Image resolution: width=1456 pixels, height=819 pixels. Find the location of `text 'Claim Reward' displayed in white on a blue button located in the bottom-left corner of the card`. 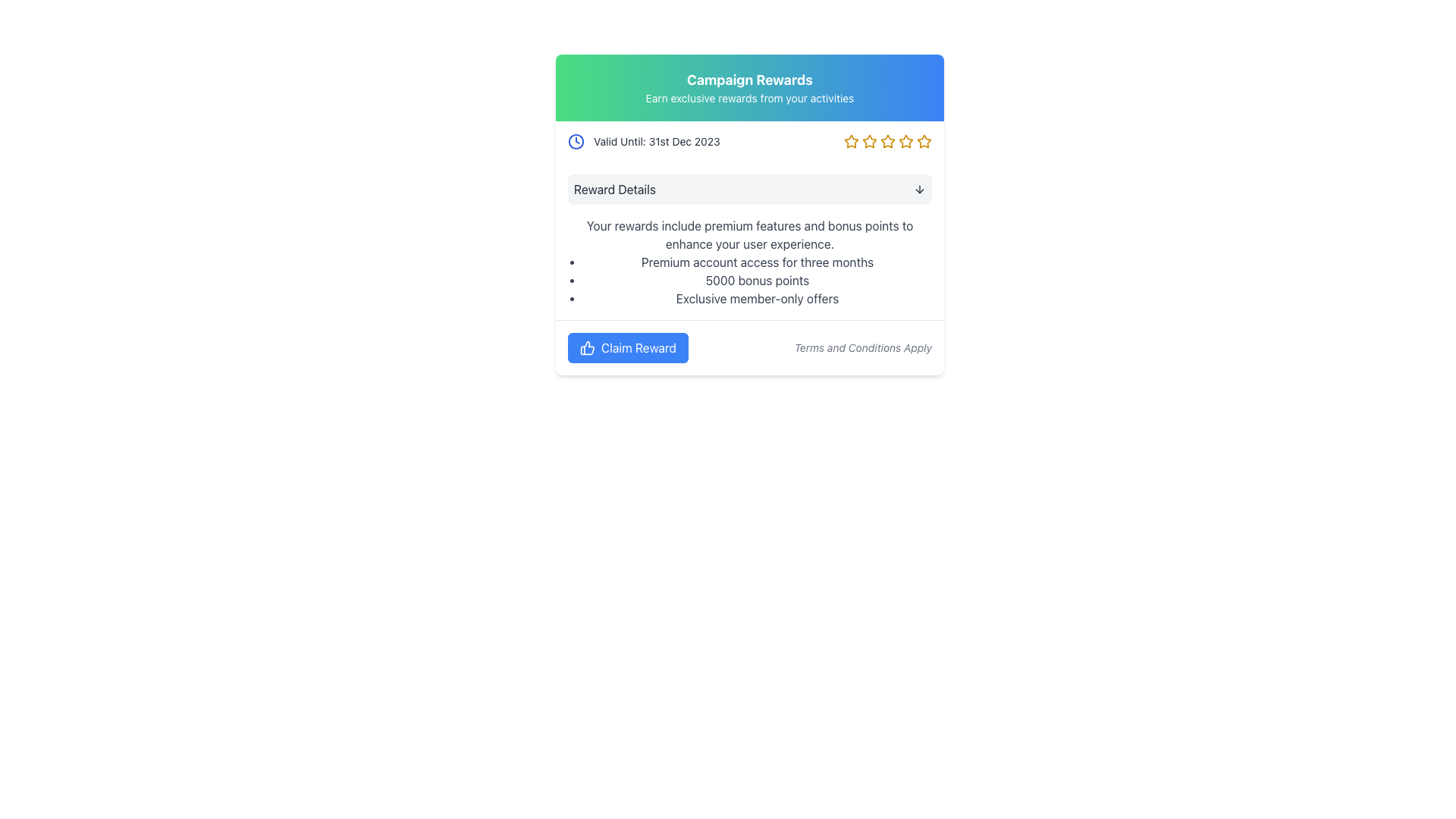

text 'Claim Reward' displayed in white on a blue button located in the bottom-left corner of the card is located at coordinates (639, 348).